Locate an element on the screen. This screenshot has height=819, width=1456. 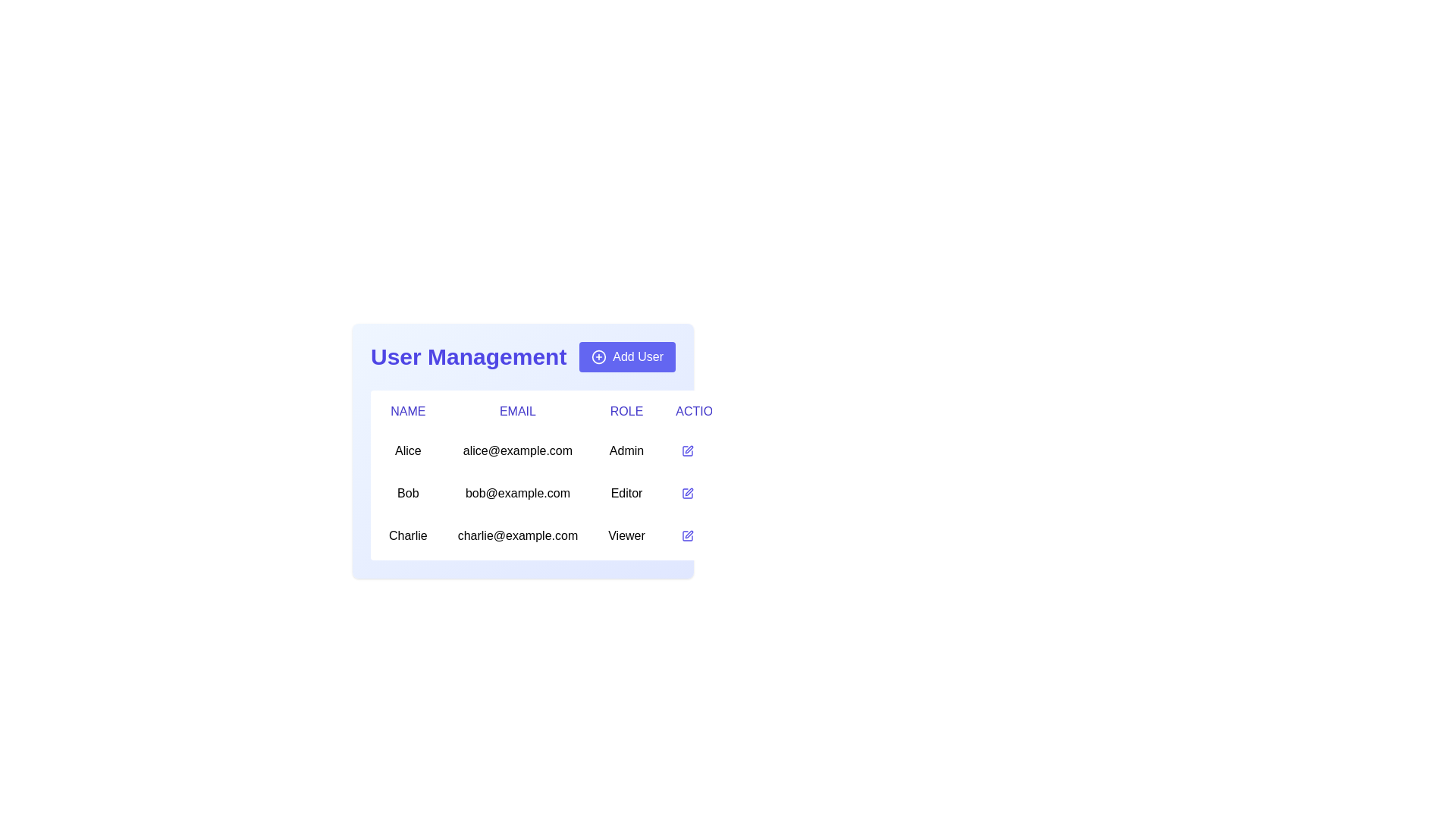
the blue pen icon for editing in the 'User Management' section, located in the 'Action' column of the first row corresponding to 'Alice' to initiate editing is located at coordinates (686, 450).